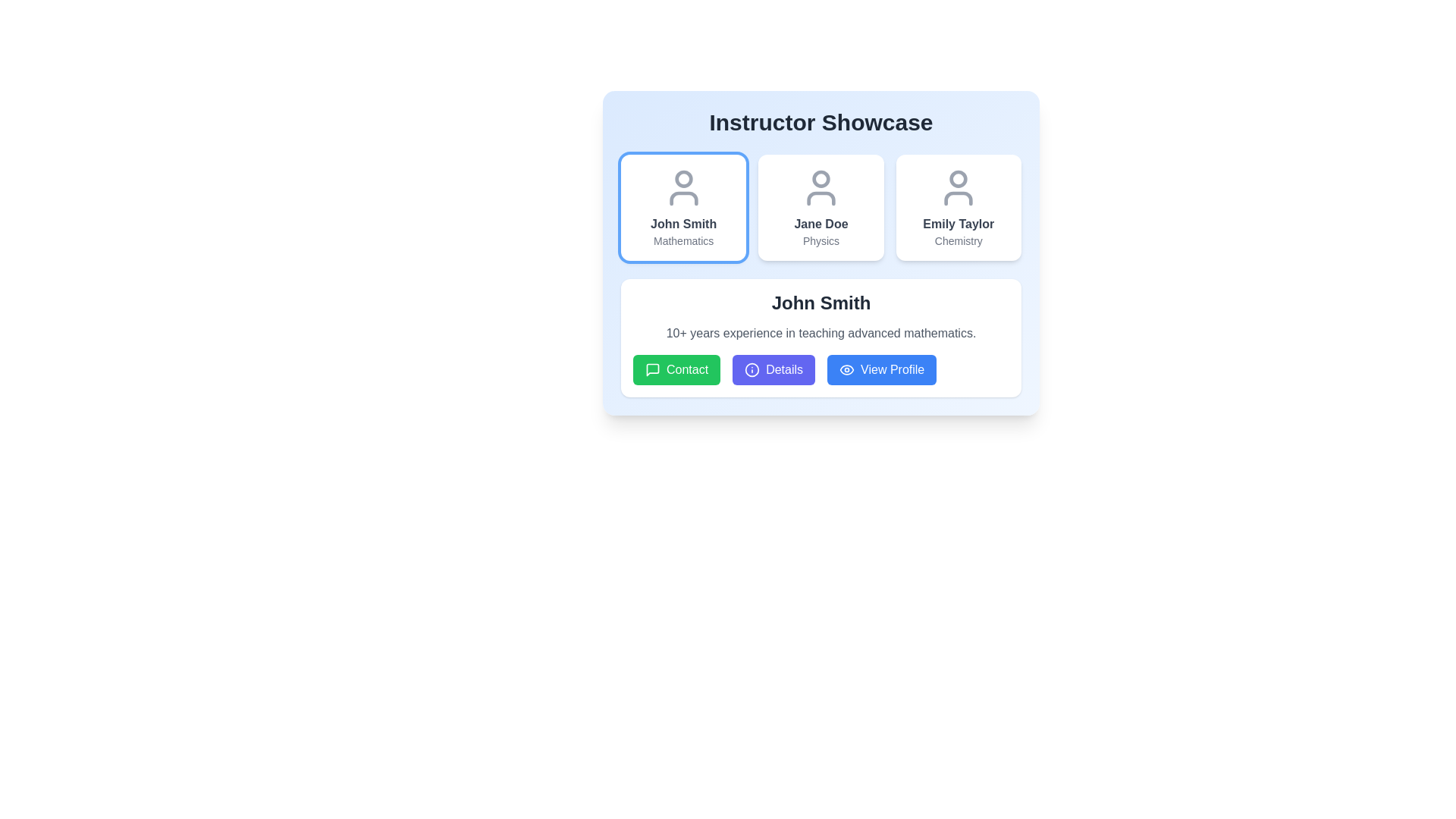  What do you see at coordinates (821, 332) in the screenshot?
I see `text label that states '10+ years experience in teaching advanced mathematics.' located underneath the title 'John Smith' in the middle portion of the highlighted card` at bounding box center [821, 332].